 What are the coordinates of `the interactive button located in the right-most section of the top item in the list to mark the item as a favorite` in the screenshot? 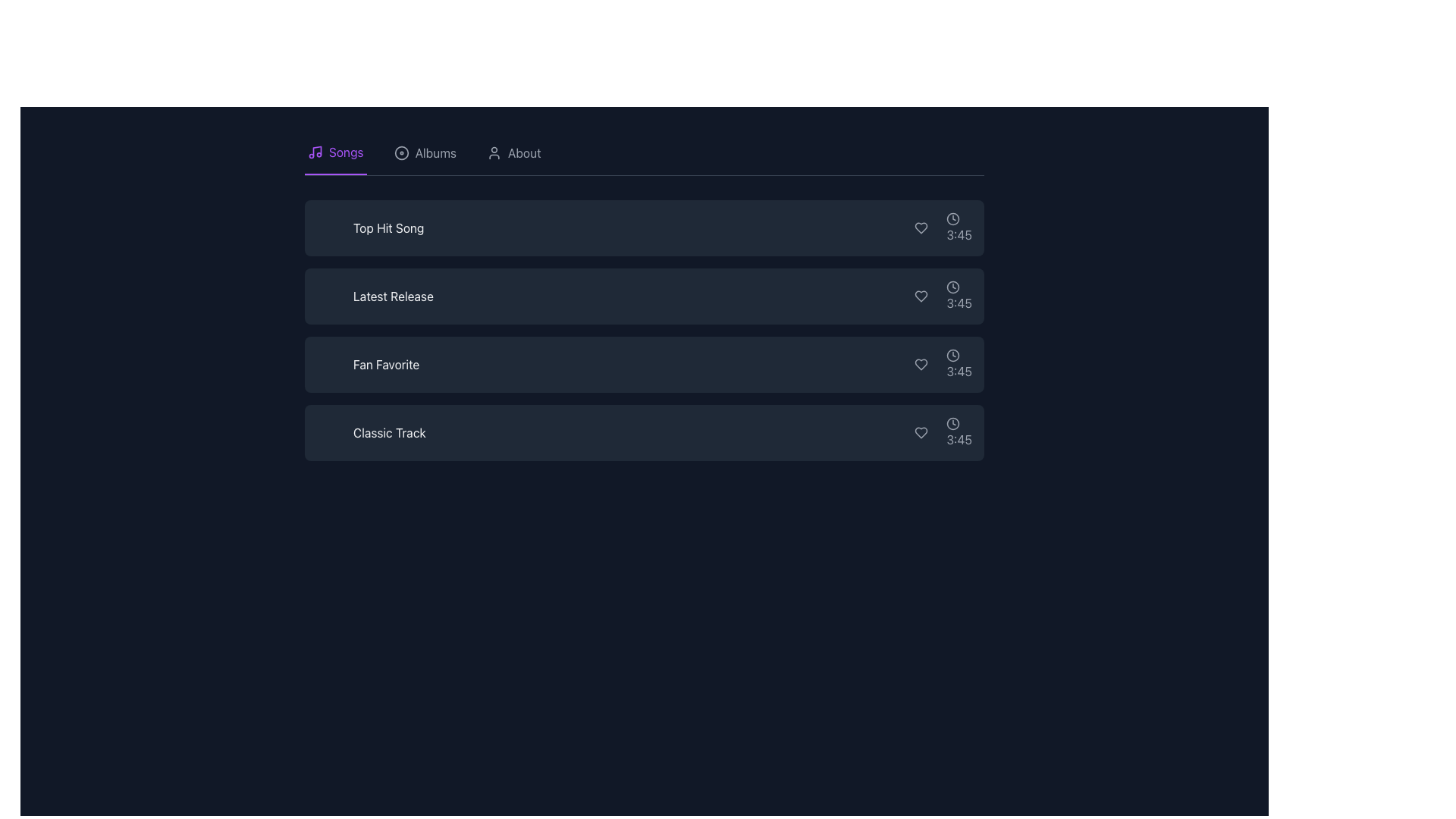 It's located at (921, 227).